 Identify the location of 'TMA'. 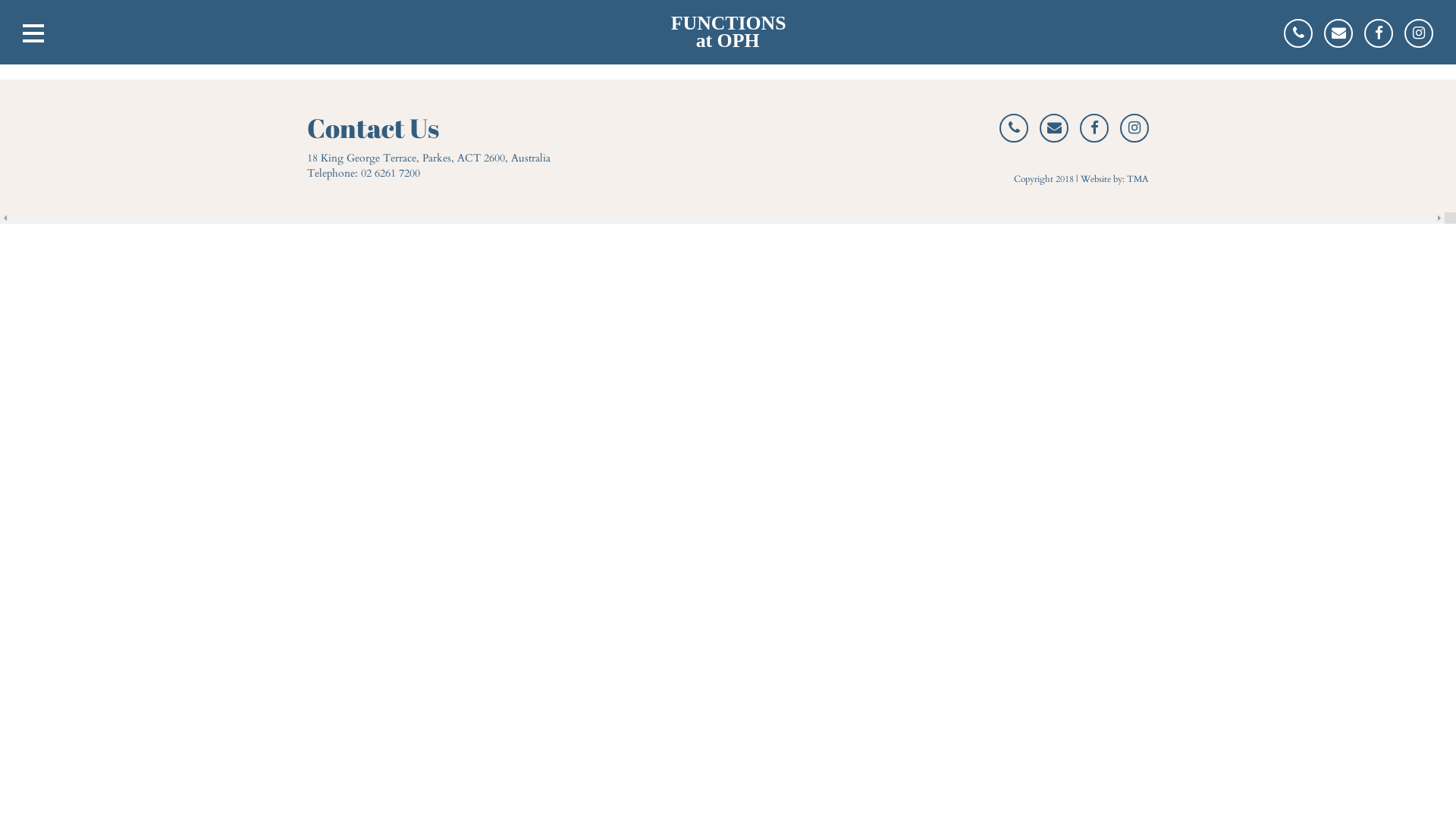
(1137, 177).